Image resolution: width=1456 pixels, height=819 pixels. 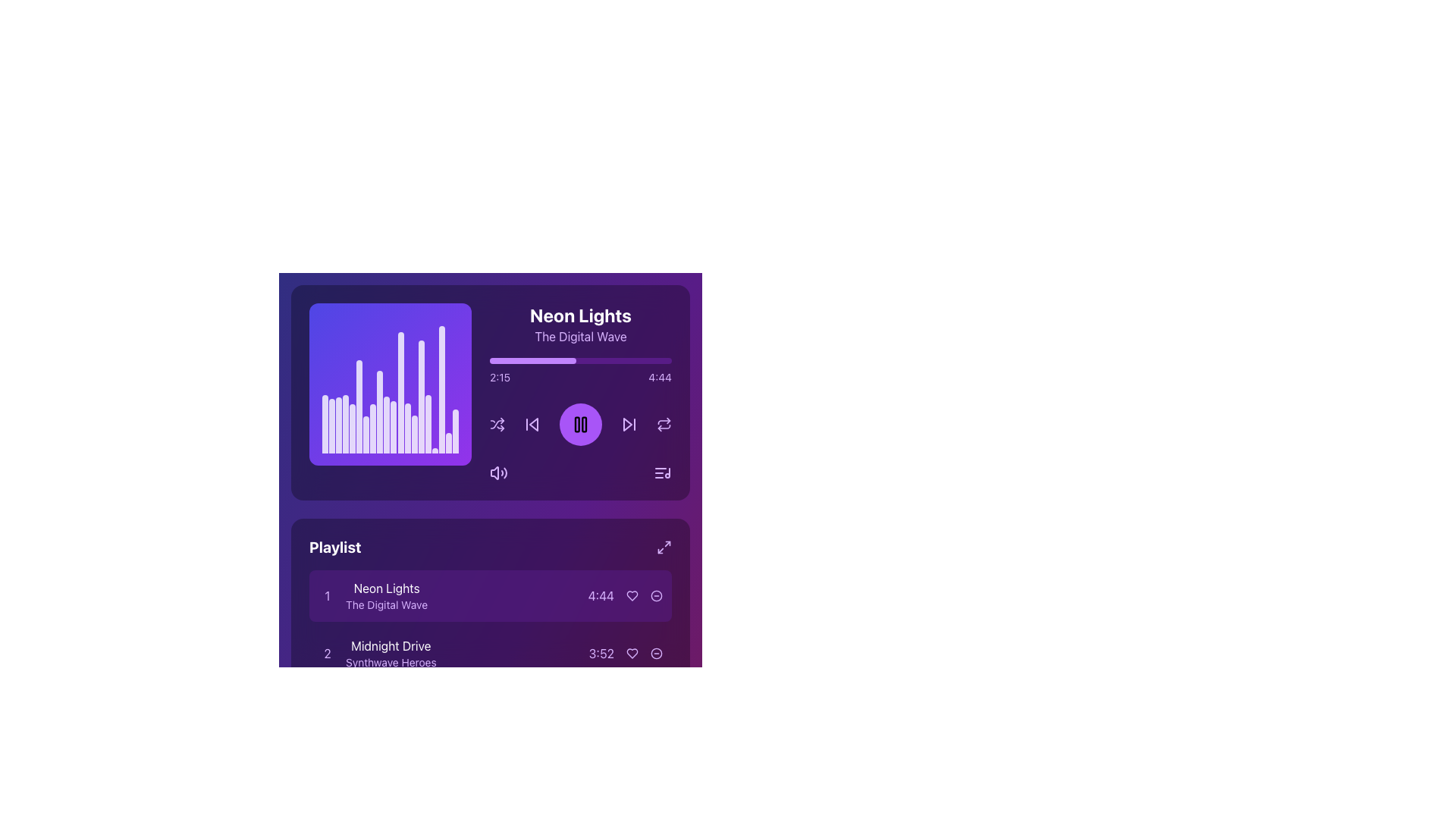 I want to click on the shuffle icon, which is a small purple icon with two crossing arrows forming a zigzag pattern, so click(x=497, y=424).